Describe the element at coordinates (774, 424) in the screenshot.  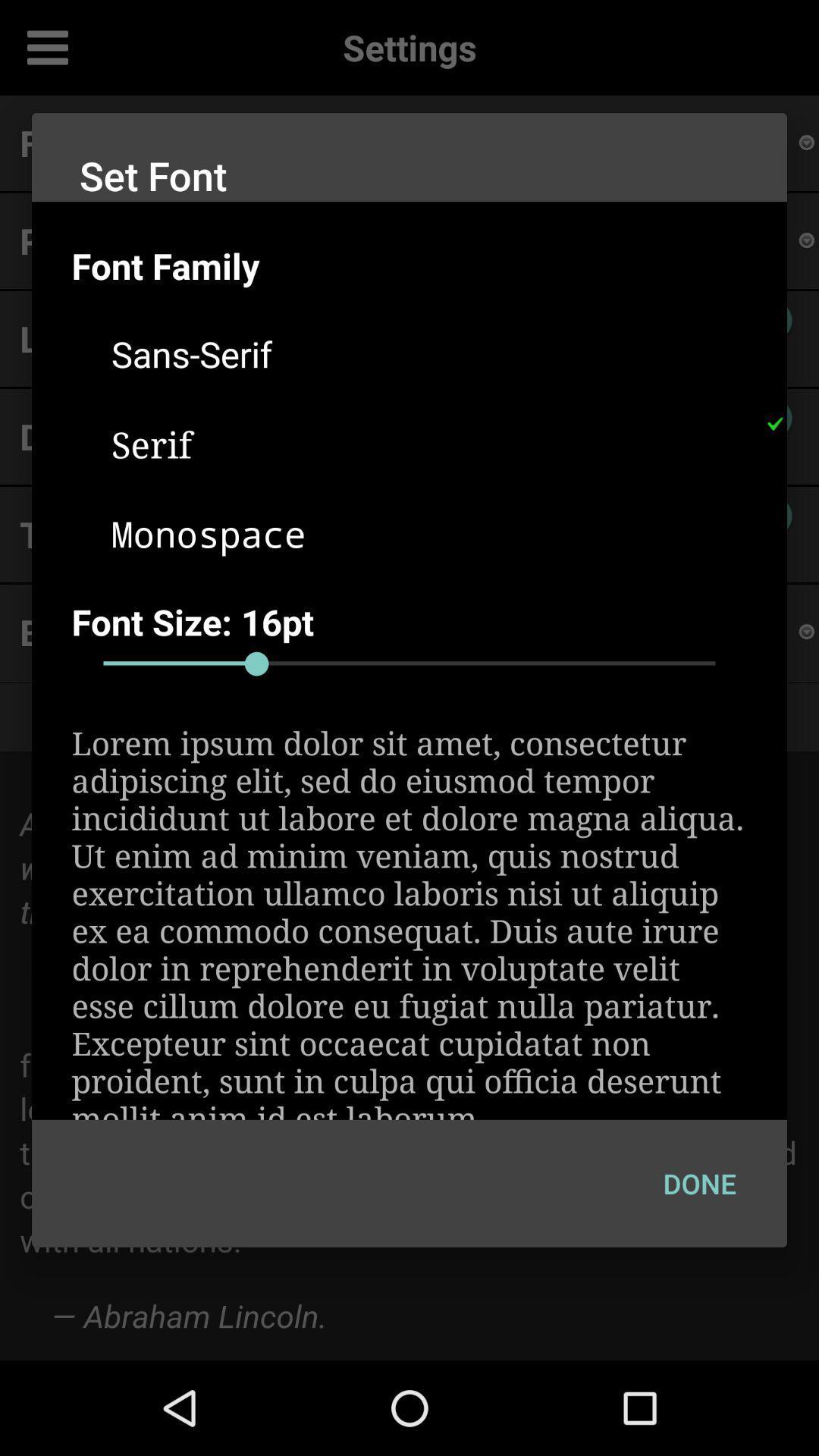
I see `item next to the serif icon` at that location.